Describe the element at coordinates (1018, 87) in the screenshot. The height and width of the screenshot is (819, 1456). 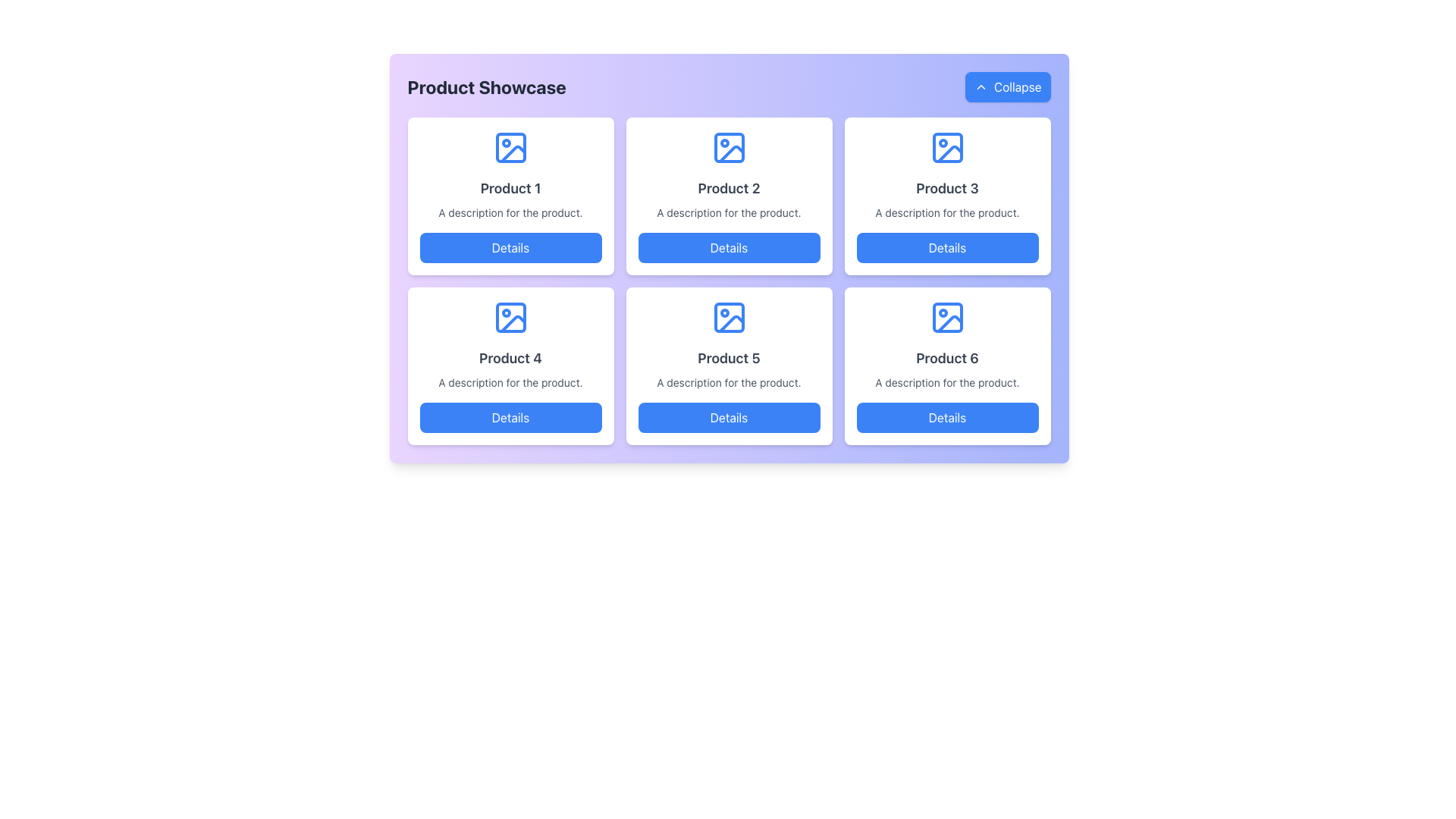
I see `text of the label within the button that suggests collapsing an expanded section of the interface, located in the top-right section of the layout` at that location.